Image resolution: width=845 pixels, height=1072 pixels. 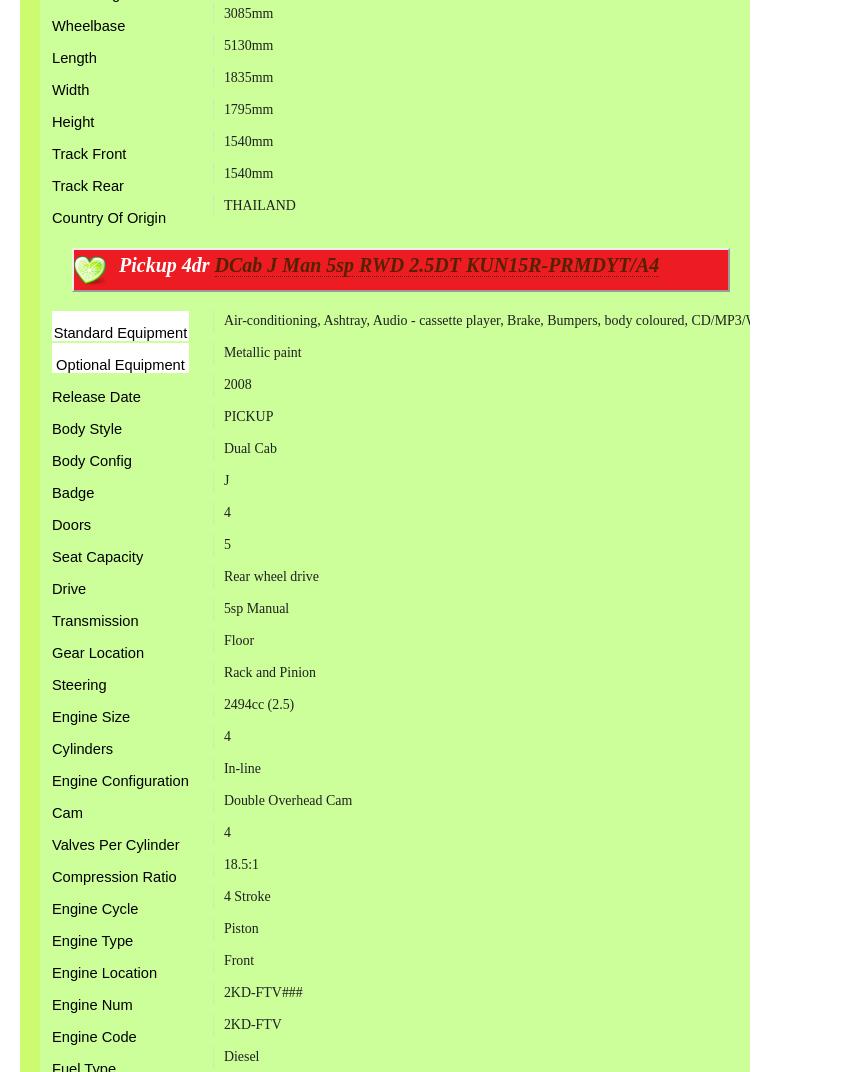 What do you see at coordinates (248, 447) in the screenshot?
I see `'Dual Cab'` at bounding box center [248, 447].